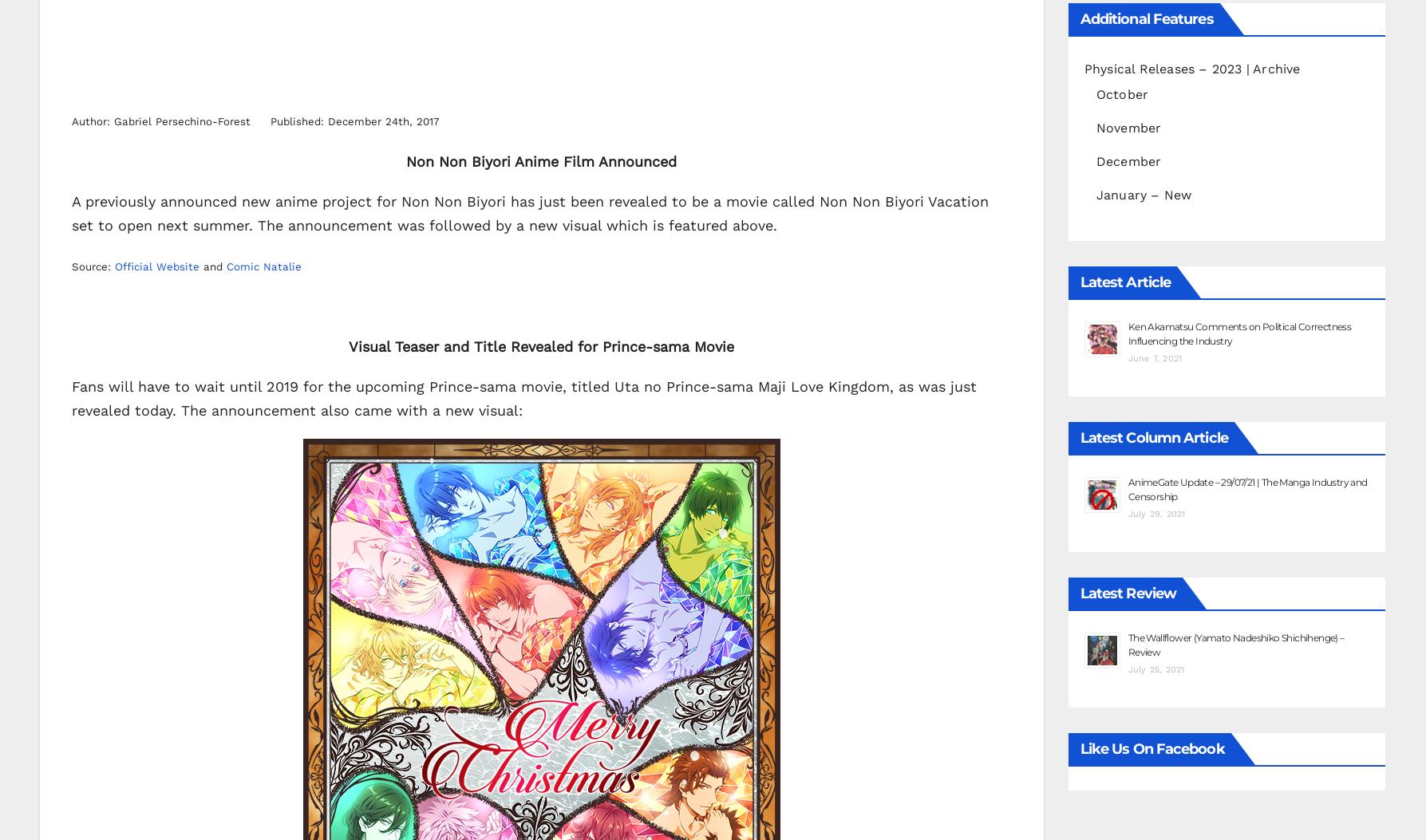  I want to click on 'October', so click(1121, 93).